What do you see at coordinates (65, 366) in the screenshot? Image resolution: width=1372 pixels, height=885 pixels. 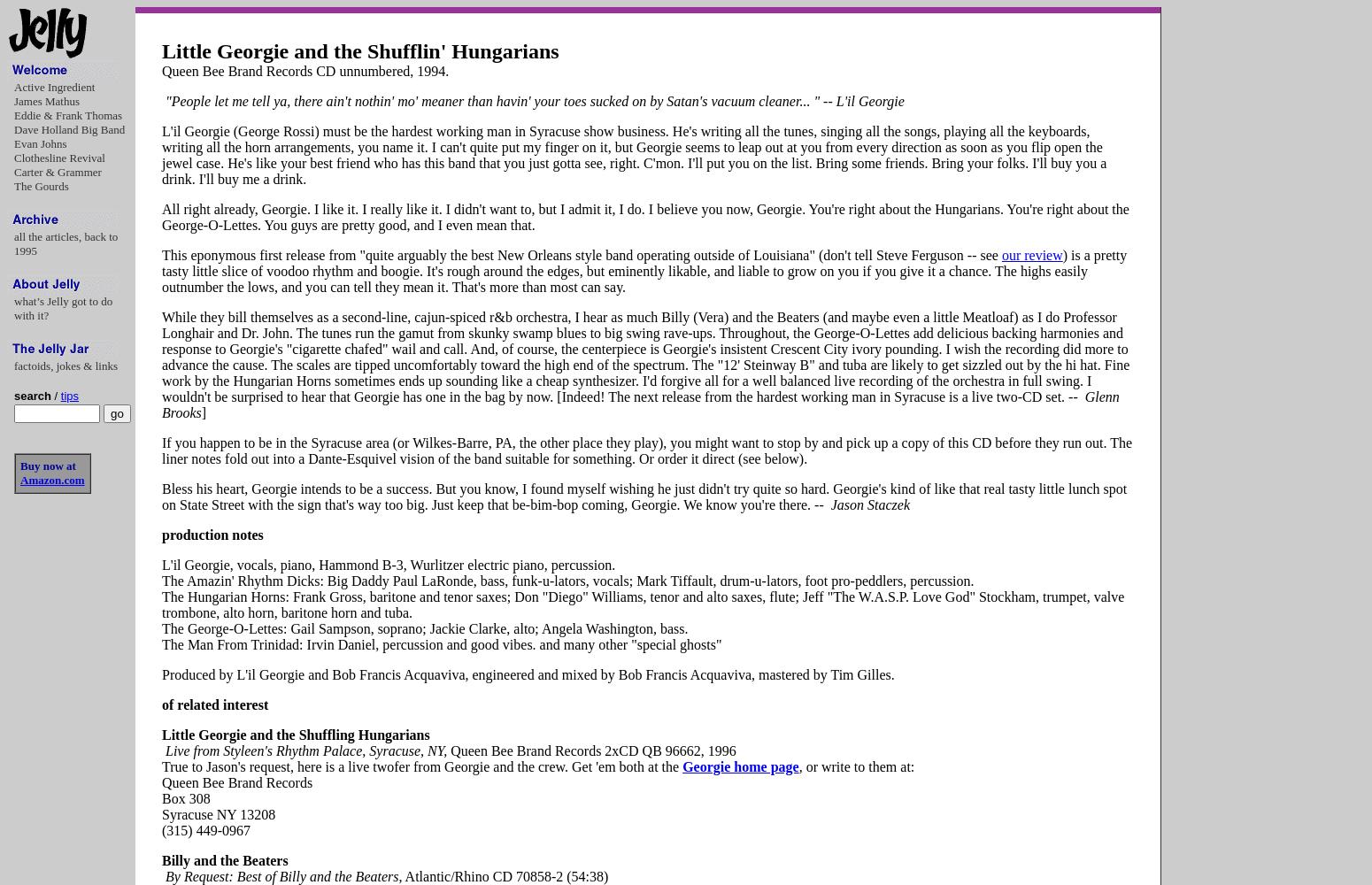 I see `'factoids, jokes & links'` at bounding box center [65, 366].